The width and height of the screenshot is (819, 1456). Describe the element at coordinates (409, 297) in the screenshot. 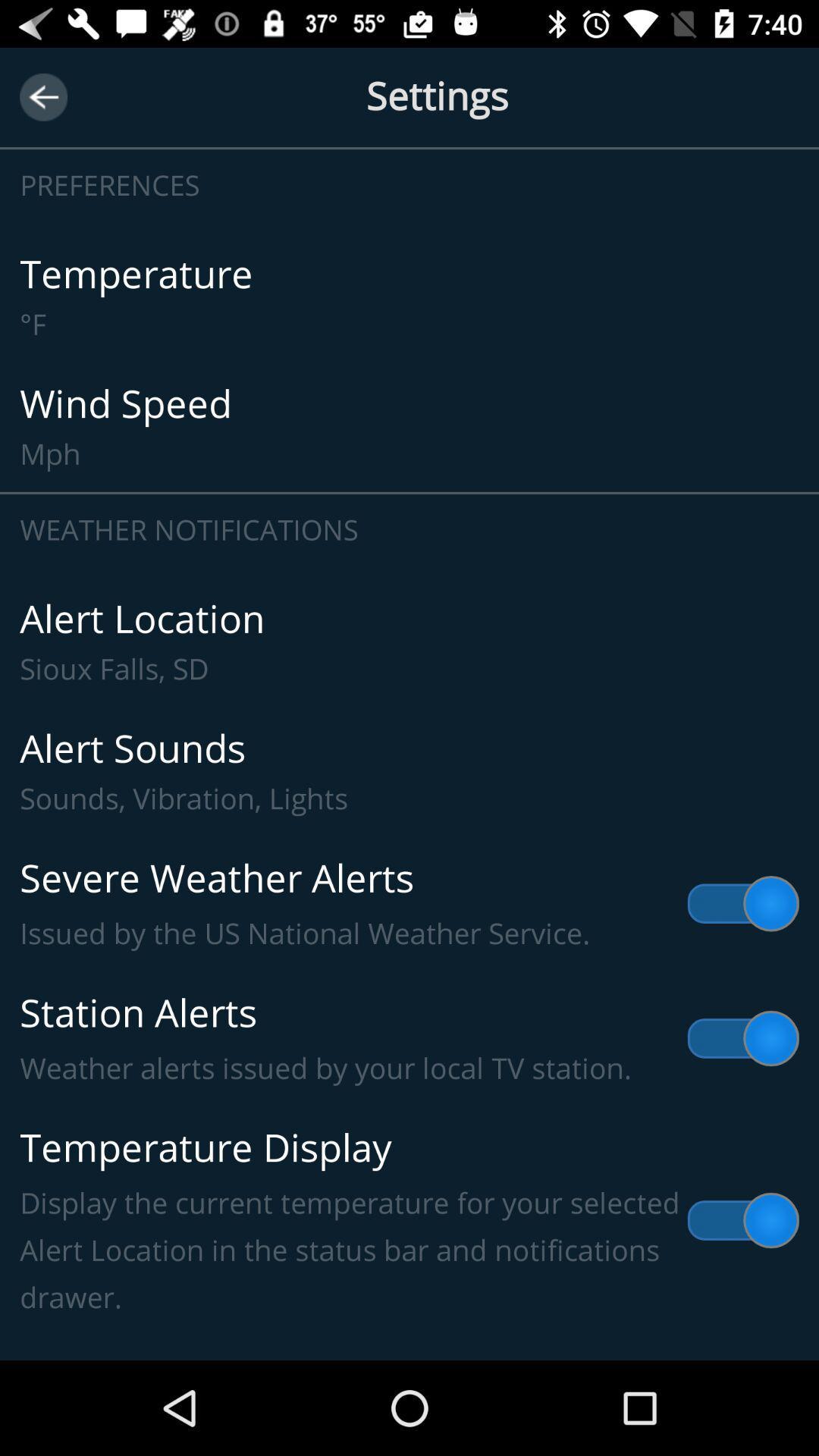

I see `the icon below the preferences item` at that location.